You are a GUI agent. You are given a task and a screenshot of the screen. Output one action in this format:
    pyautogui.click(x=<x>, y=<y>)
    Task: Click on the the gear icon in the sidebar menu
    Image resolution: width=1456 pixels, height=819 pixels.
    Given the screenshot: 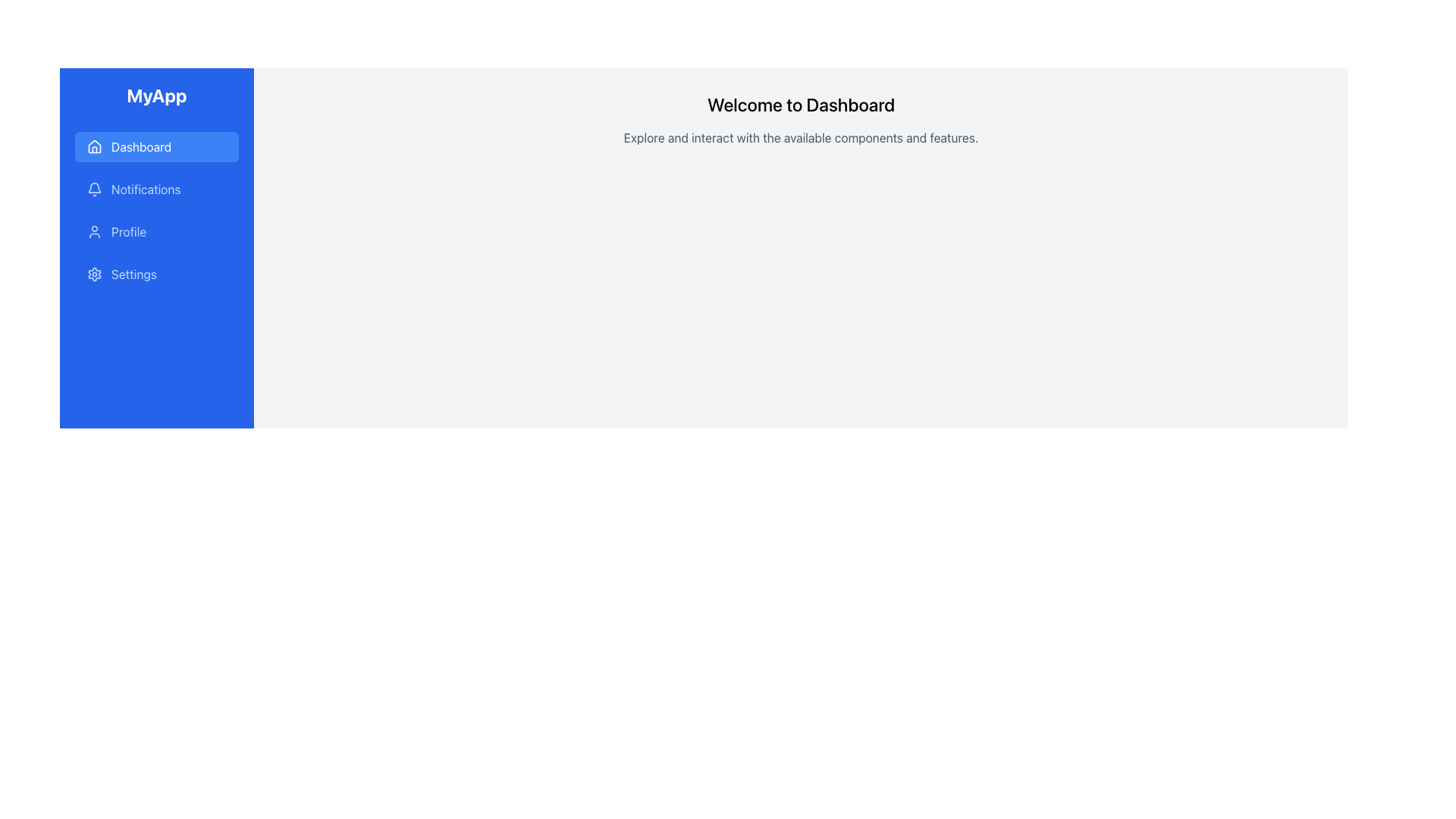 What is the action you would take?
    pyautogui.click(x=93, y=275)
    